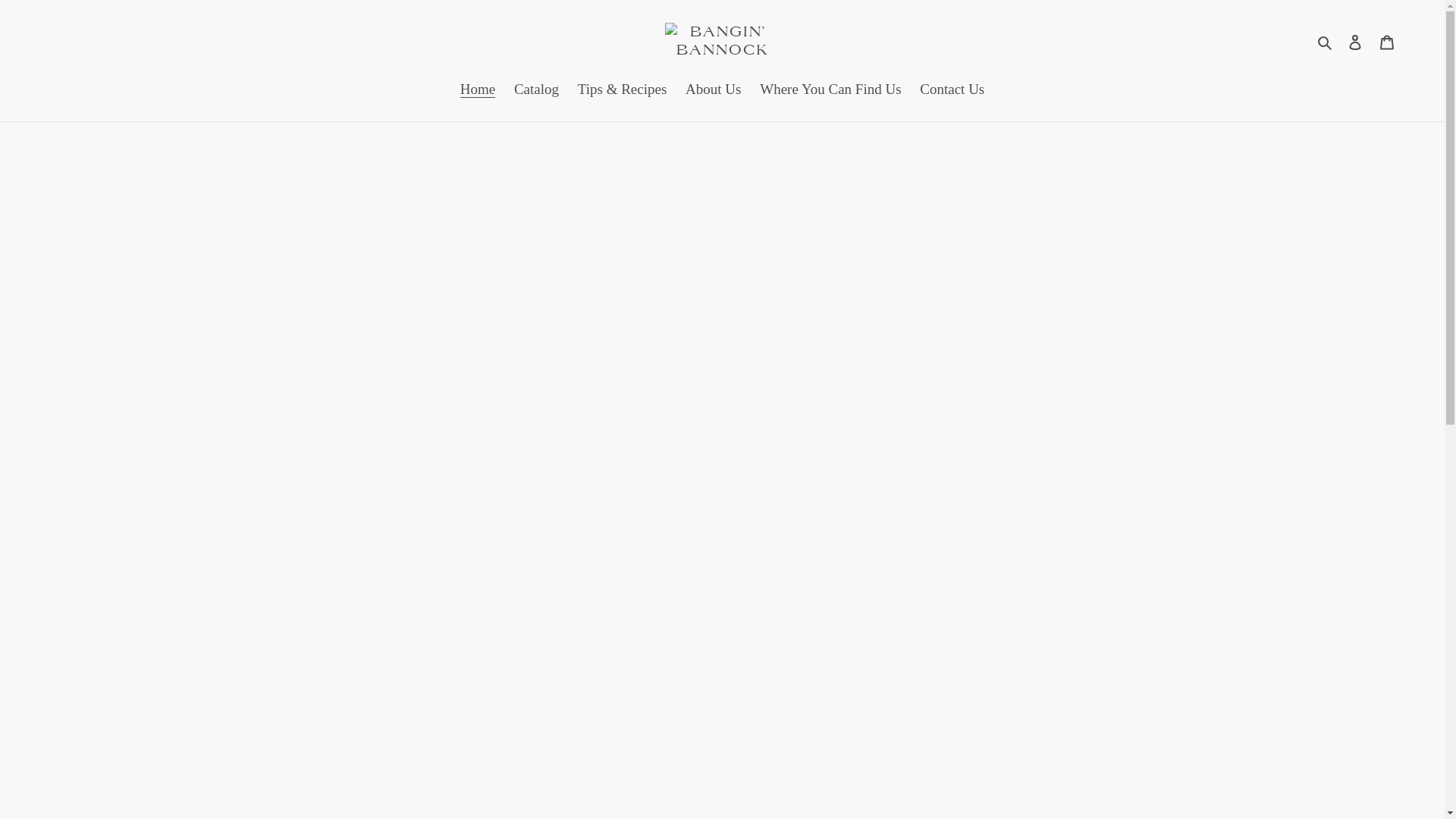 The image size is (1456, 819). What do you see at coordinates (829, 90) in the screenshot?
I see `'Where You Can Find Us'` at bounding box center [829, 90].